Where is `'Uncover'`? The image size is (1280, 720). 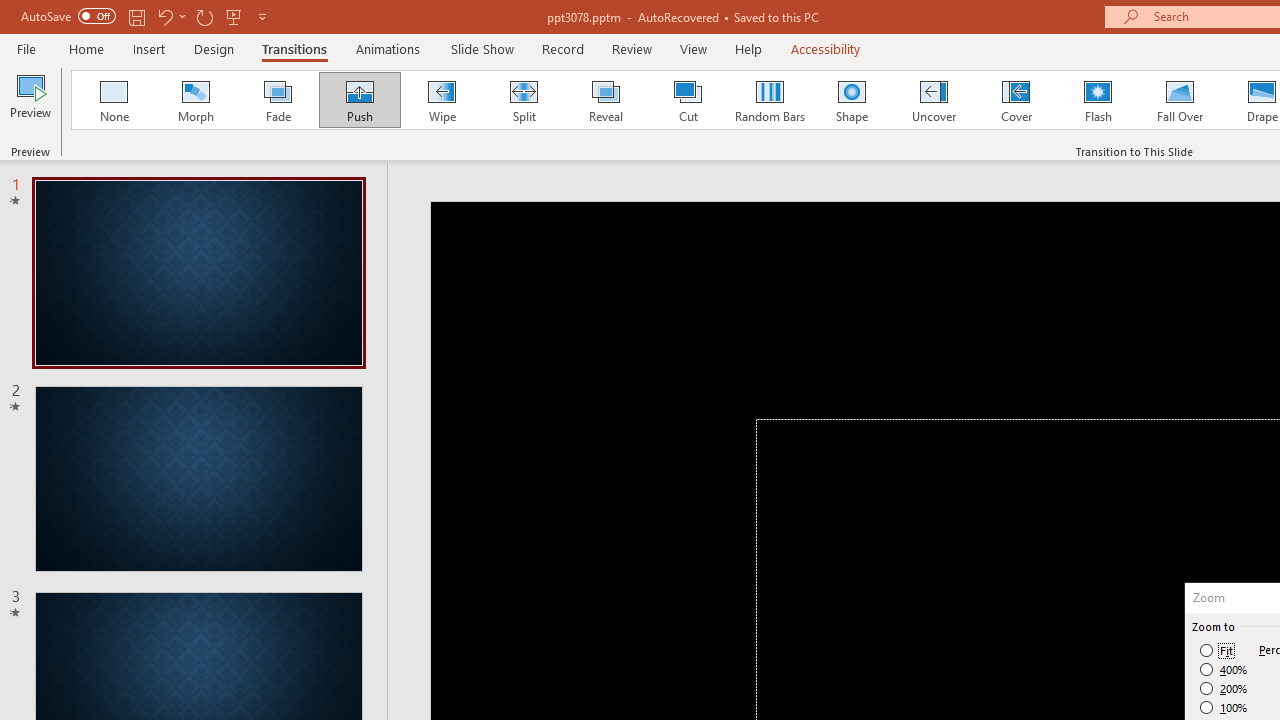 'Uncover' is located at coordinates (933, 100).